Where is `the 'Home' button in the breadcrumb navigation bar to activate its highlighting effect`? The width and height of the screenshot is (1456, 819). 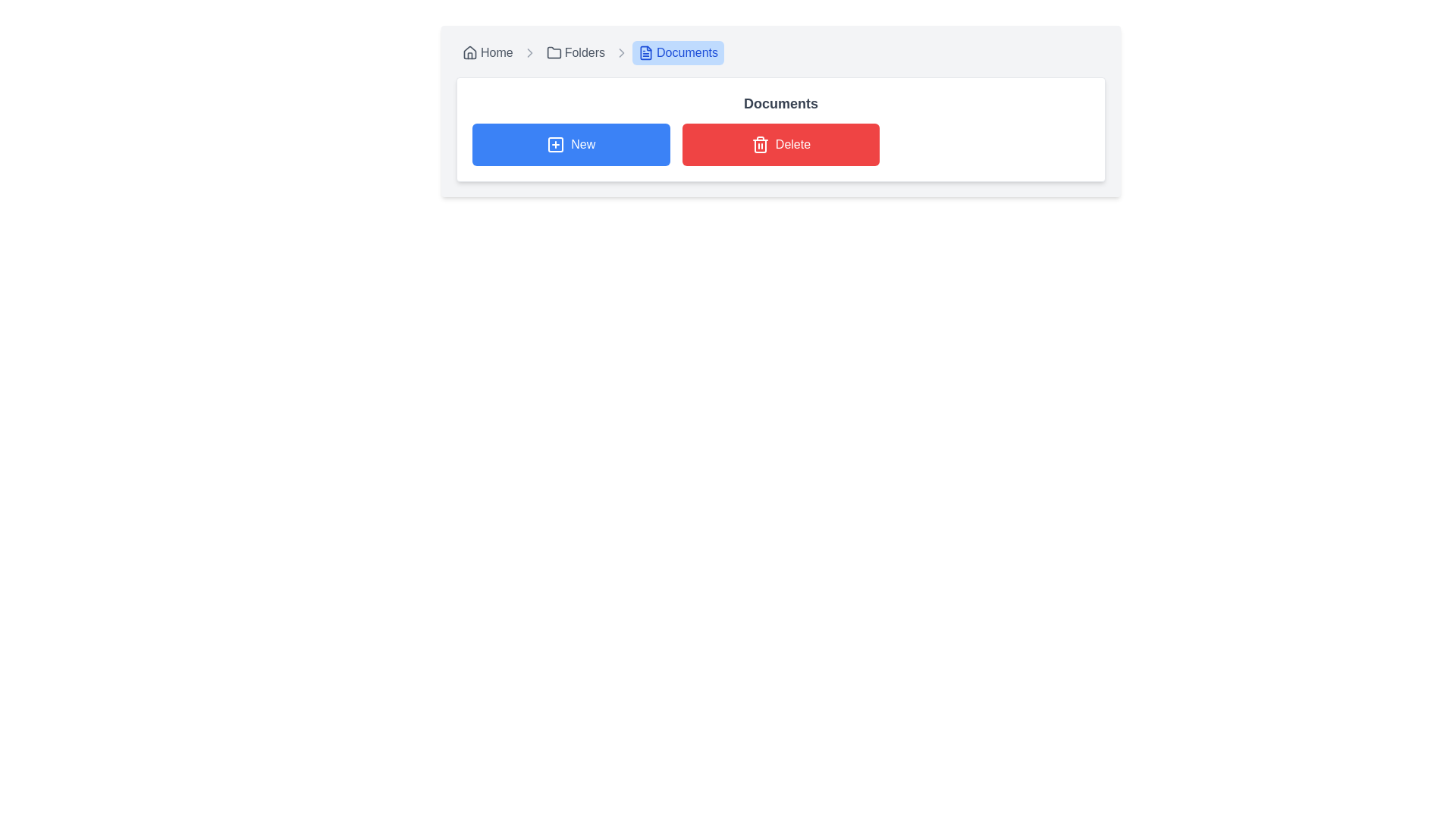 the 'Home' button in the breadcrumb navigation bar to activate its highlighting effect is located at coordinates (488, 52).